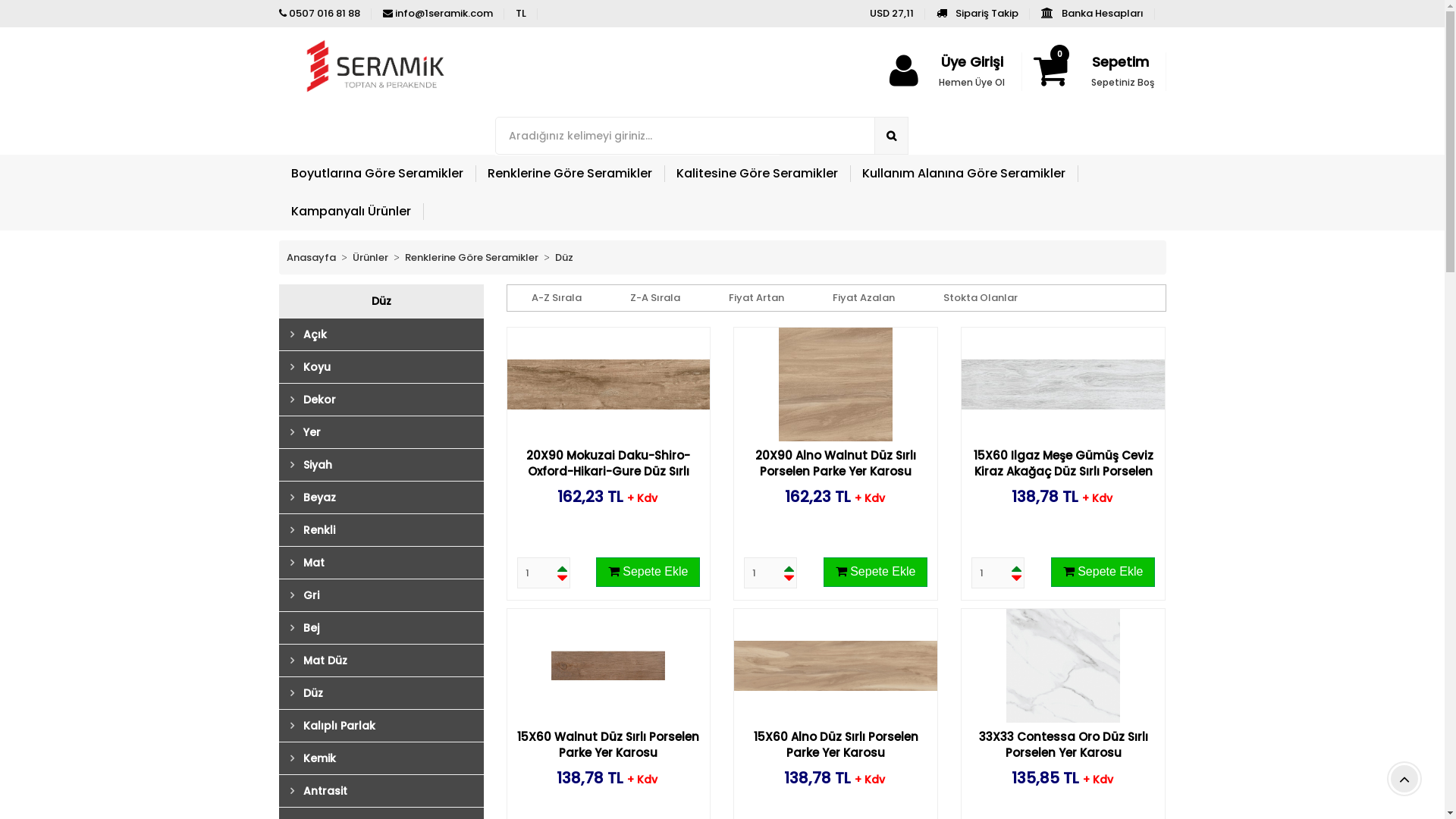 The height and width of the screenshot is (819, 1456). What do you see at coordinates (391, 789) in the screenshot?
I see `'Antrasit'` at bounding box center [391, 789].